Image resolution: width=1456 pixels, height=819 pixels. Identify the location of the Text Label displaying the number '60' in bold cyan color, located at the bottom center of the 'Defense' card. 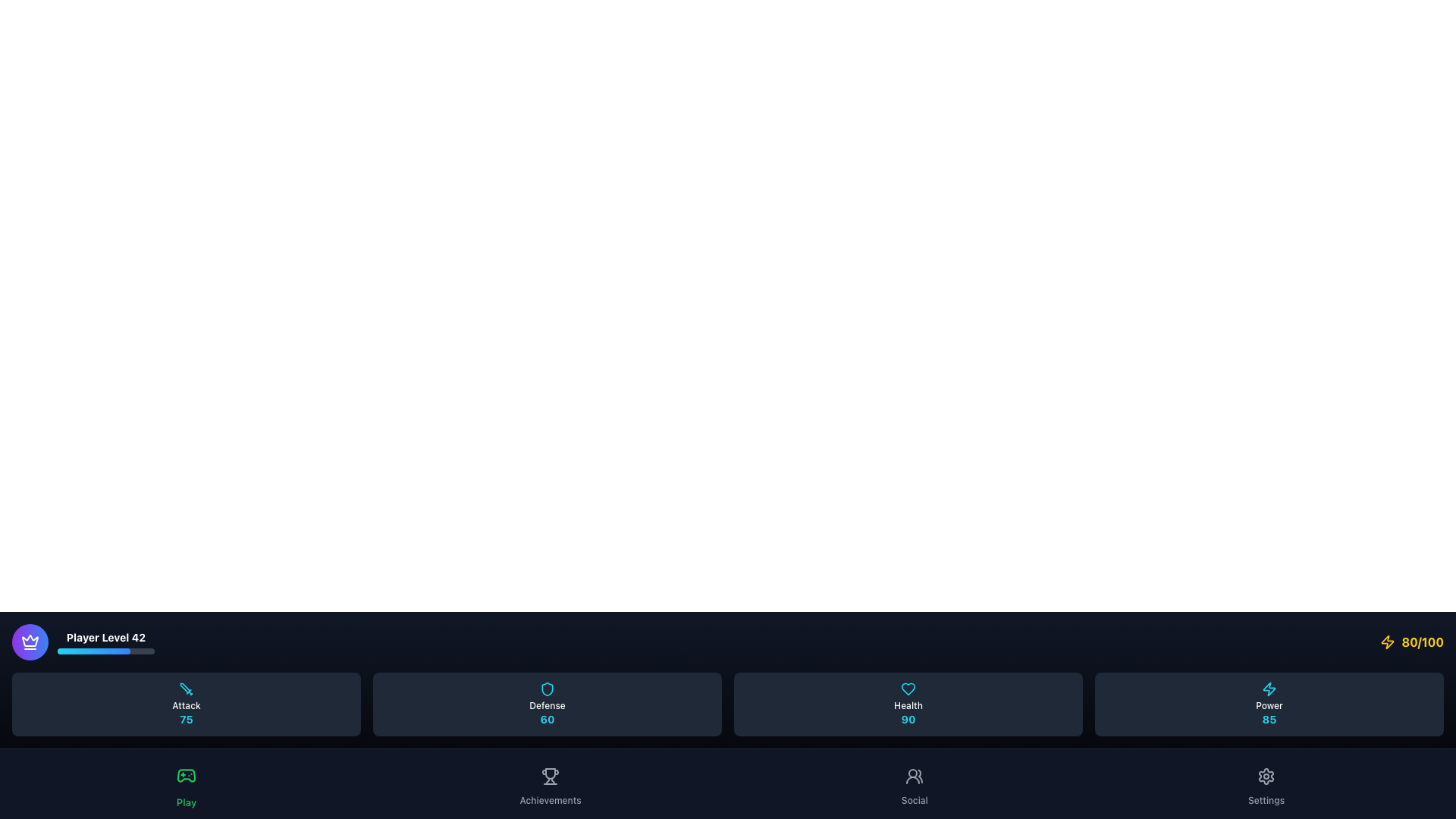
(546, 718).